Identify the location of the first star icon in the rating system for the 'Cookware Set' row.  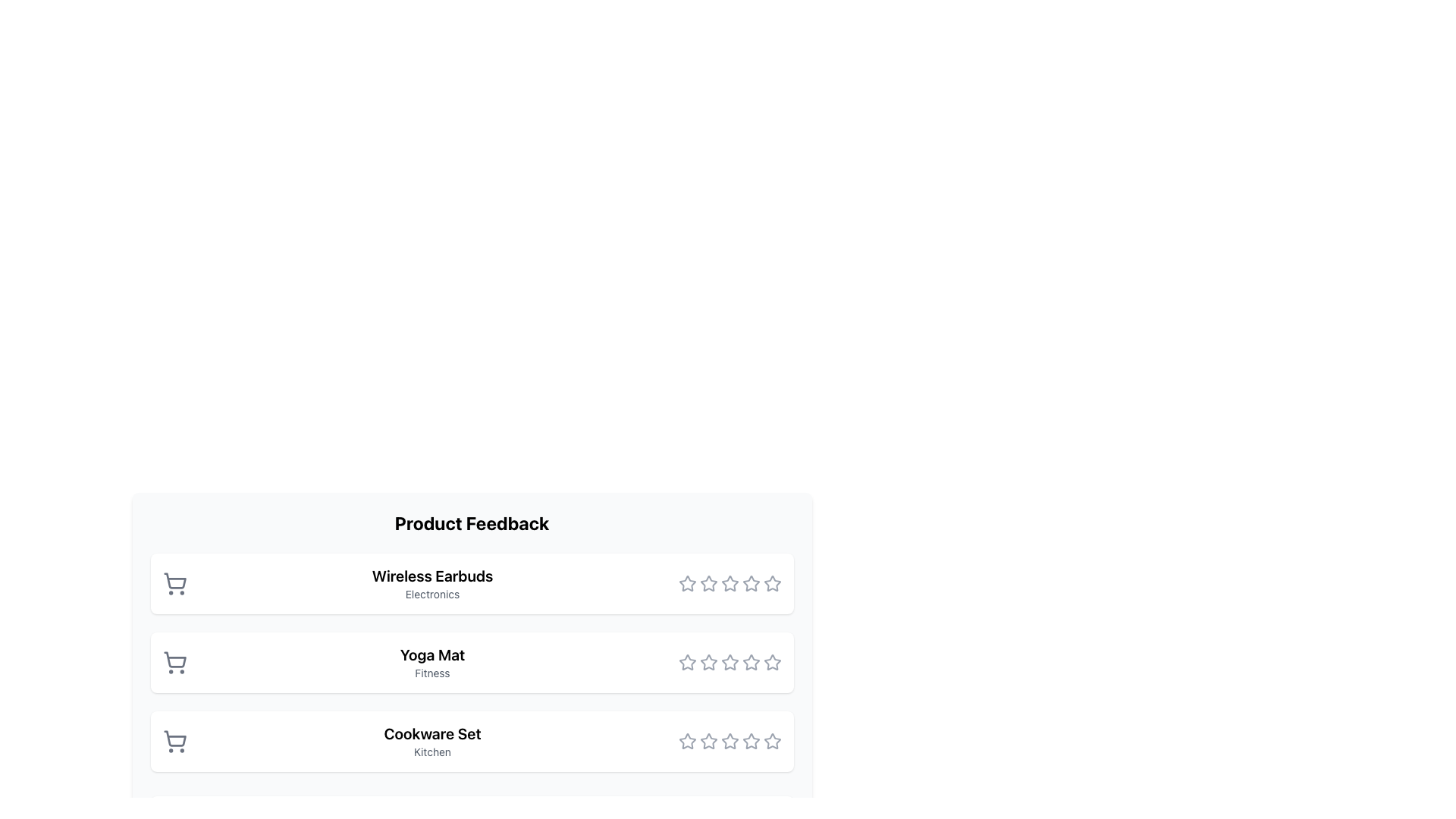
(686, 741).